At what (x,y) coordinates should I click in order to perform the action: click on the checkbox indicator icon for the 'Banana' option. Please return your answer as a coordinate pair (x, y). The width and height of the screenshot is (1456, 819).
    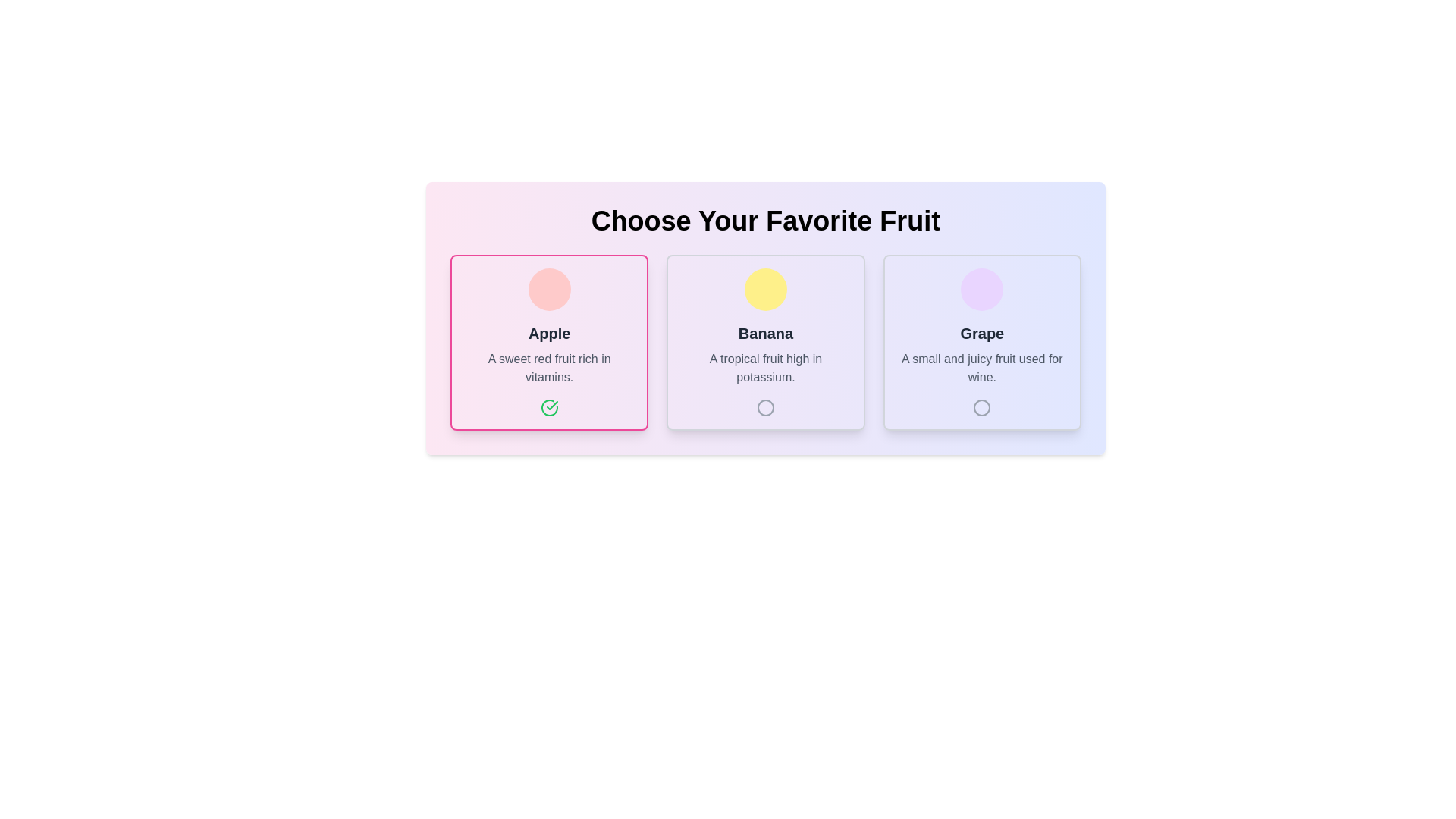
    Looking at the image, I should click on (765, 406).